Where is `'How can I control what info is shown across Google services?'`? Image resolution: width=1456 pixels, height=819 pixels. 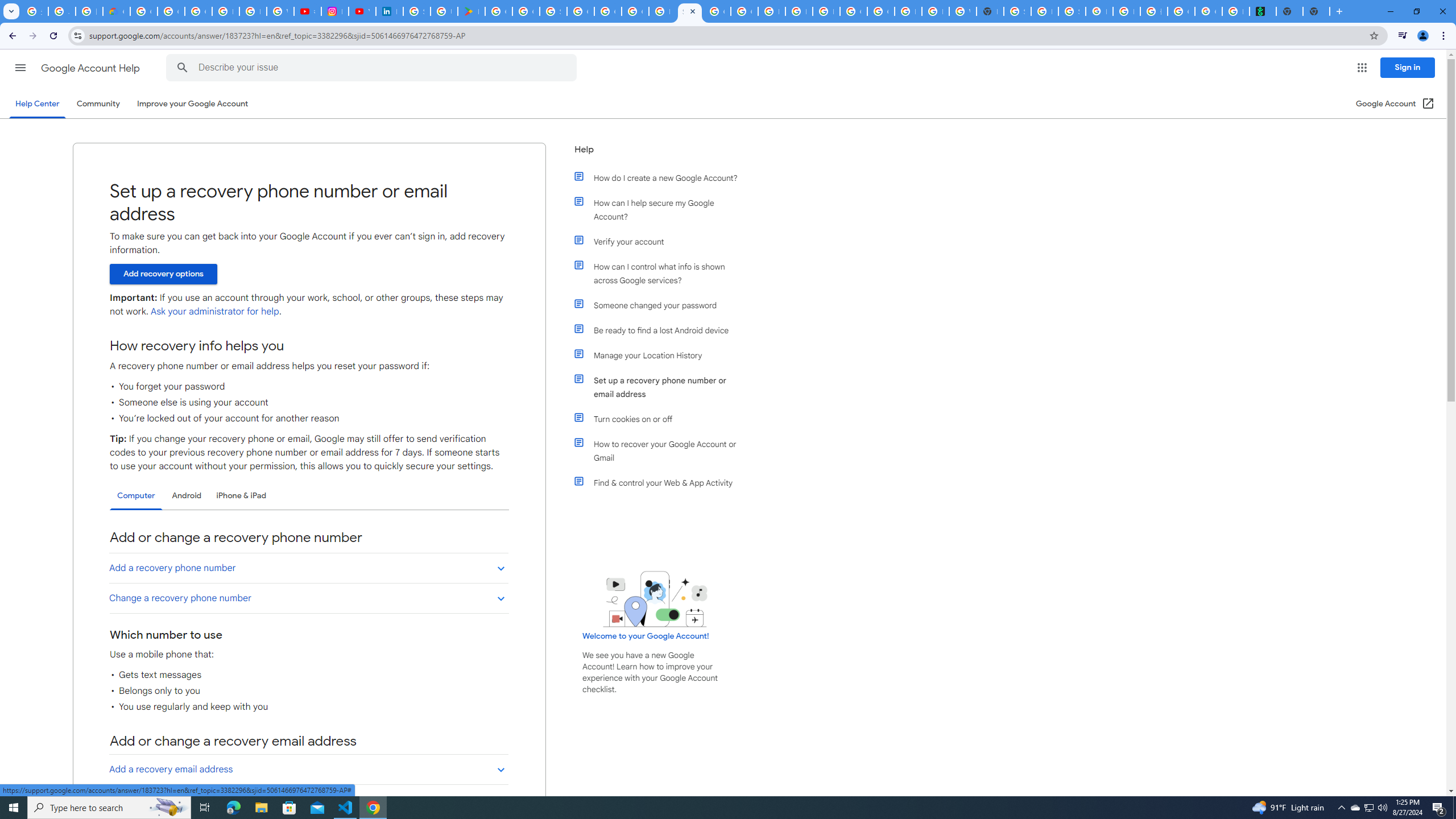 'How can I control what info is shown across Google services?' is located at coordinates (661, 272).